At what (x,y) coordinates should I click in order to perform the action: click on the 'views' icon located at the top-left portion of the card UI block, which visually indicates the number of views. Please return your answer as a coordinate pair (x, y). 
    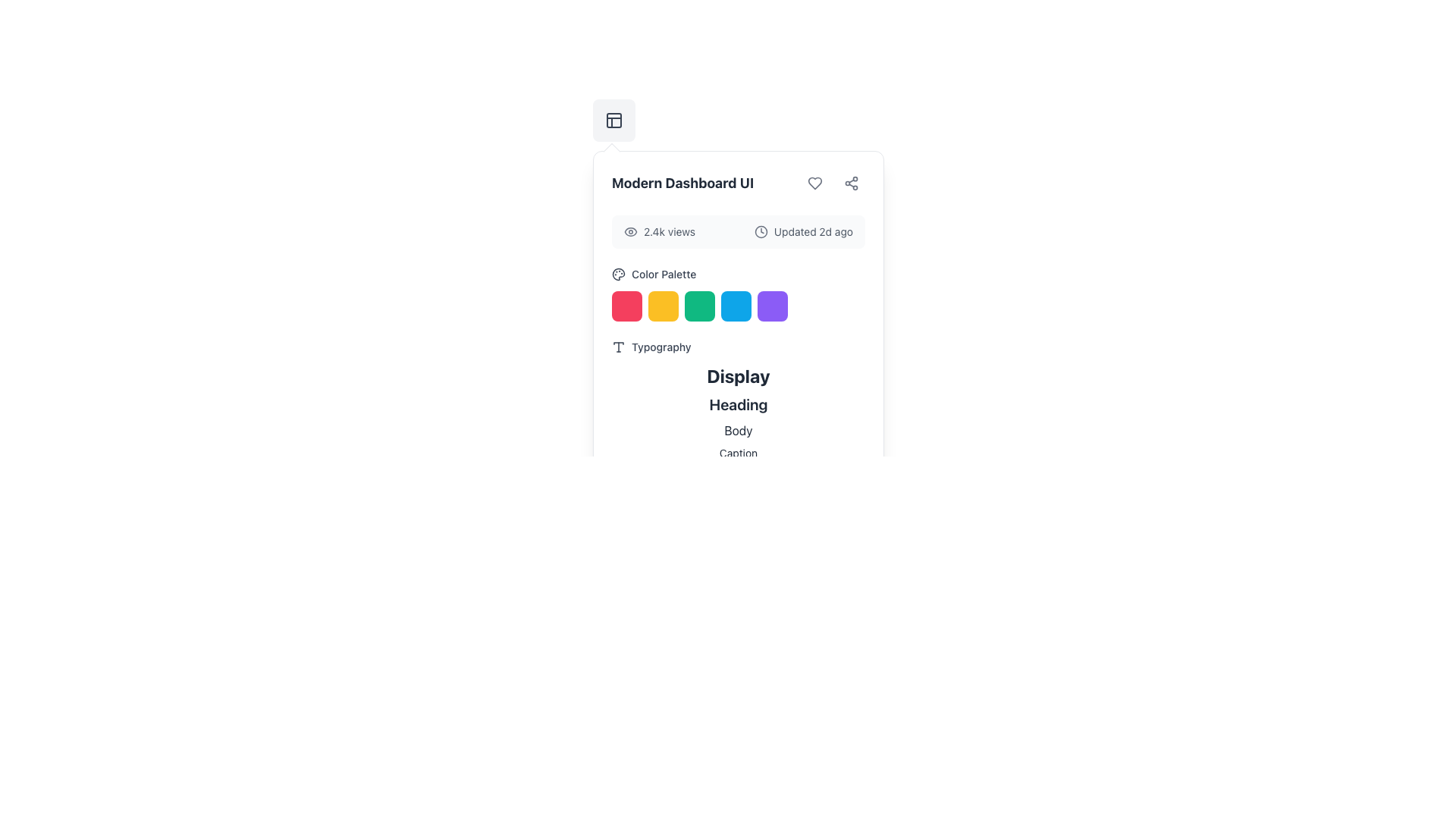
    Looking at the image, I should click on (630, 231).